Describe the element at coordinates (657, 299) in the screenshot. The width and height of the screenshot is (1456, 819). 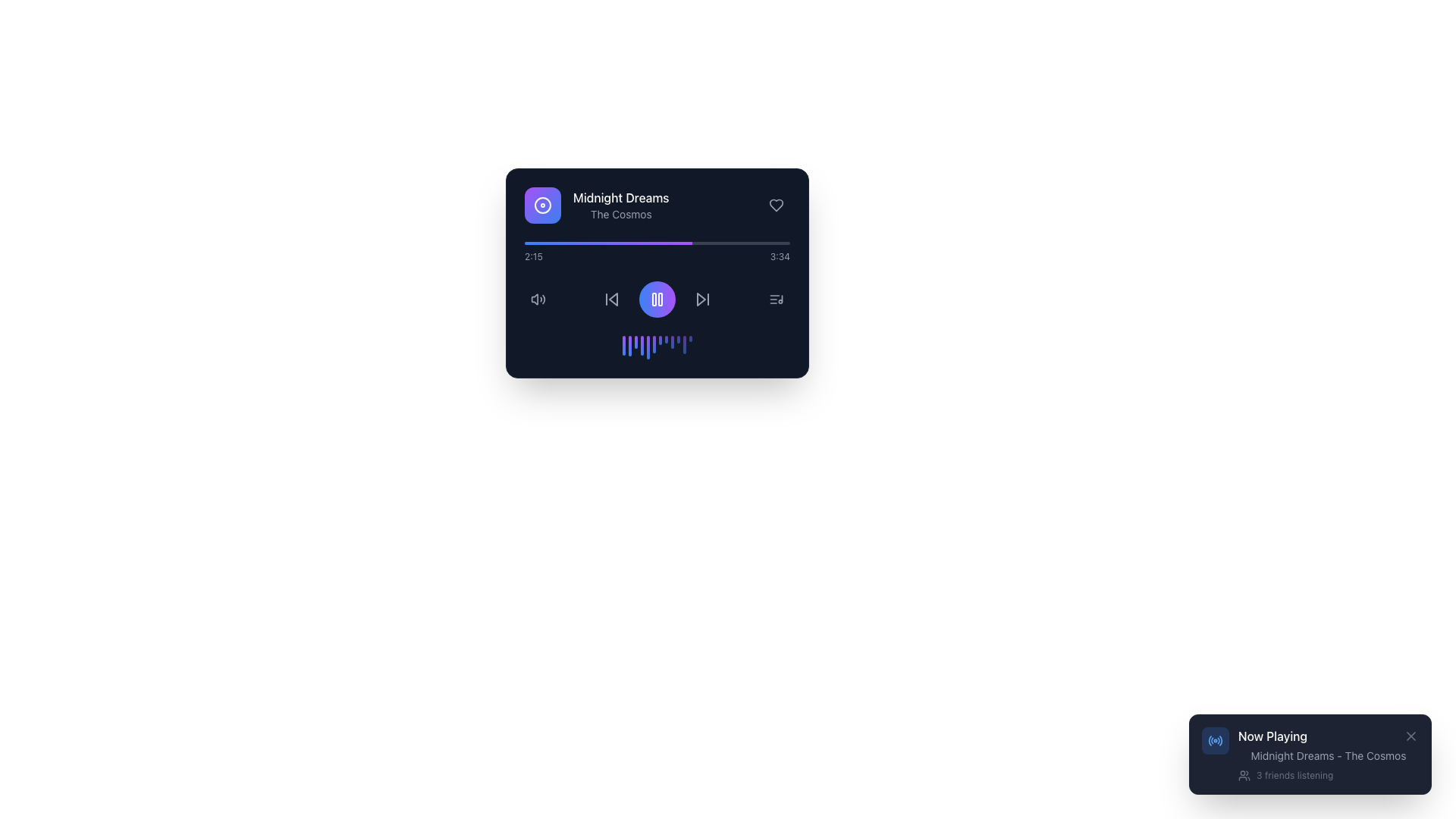
I see `the circular button with a gradient background transitioning from blue to purple, featuring a white pause icon at its center` at that location.